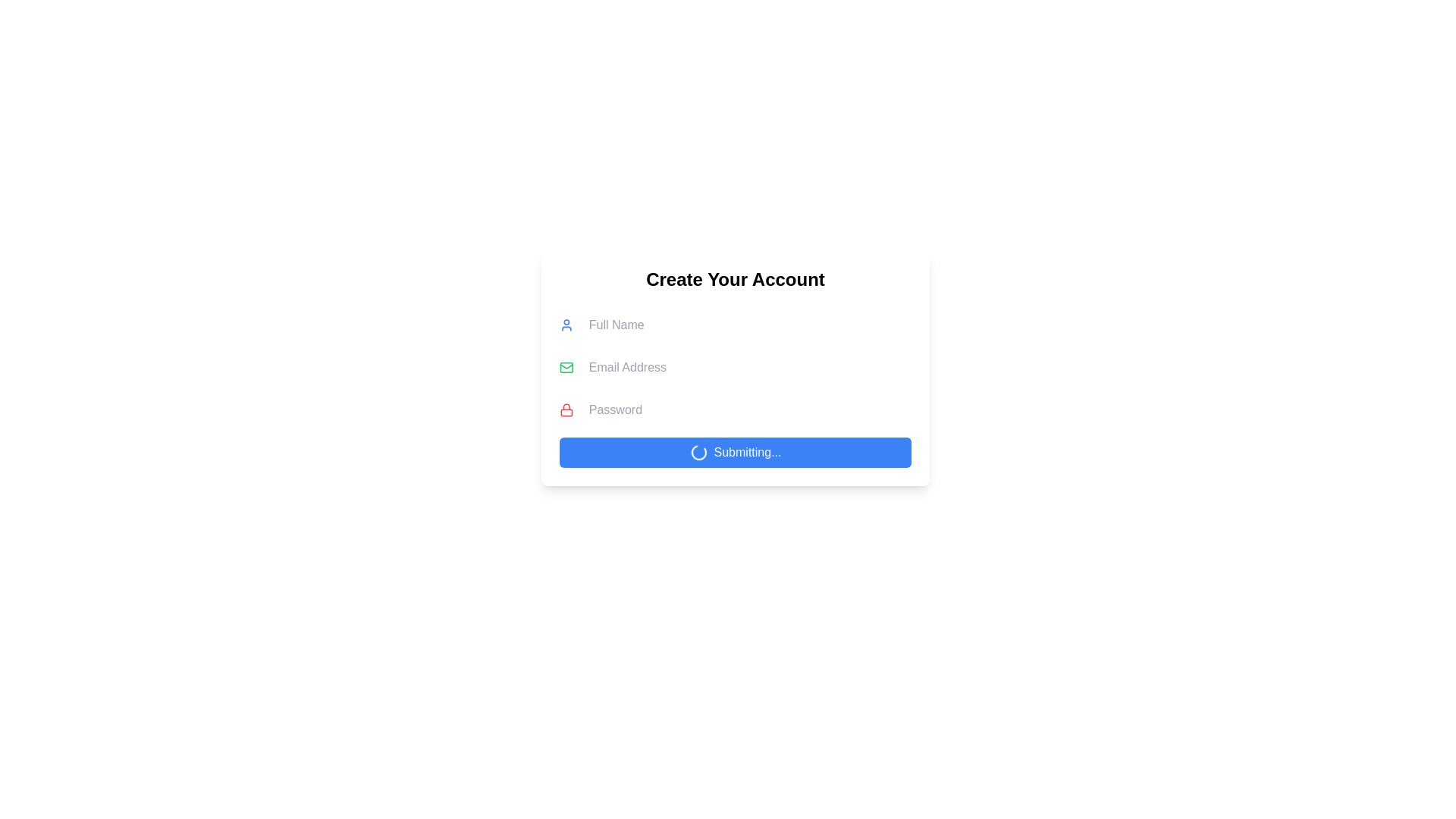 The height and width of the screenshot is (819, 1456). What do you see at coordinates (566, 368) in the screenshot?
I see `the rectangular body of the envelope icon, which features a green outline and is located to the left of the 'Email Address' input field in the registration interface` at bounding box center [566, 368].